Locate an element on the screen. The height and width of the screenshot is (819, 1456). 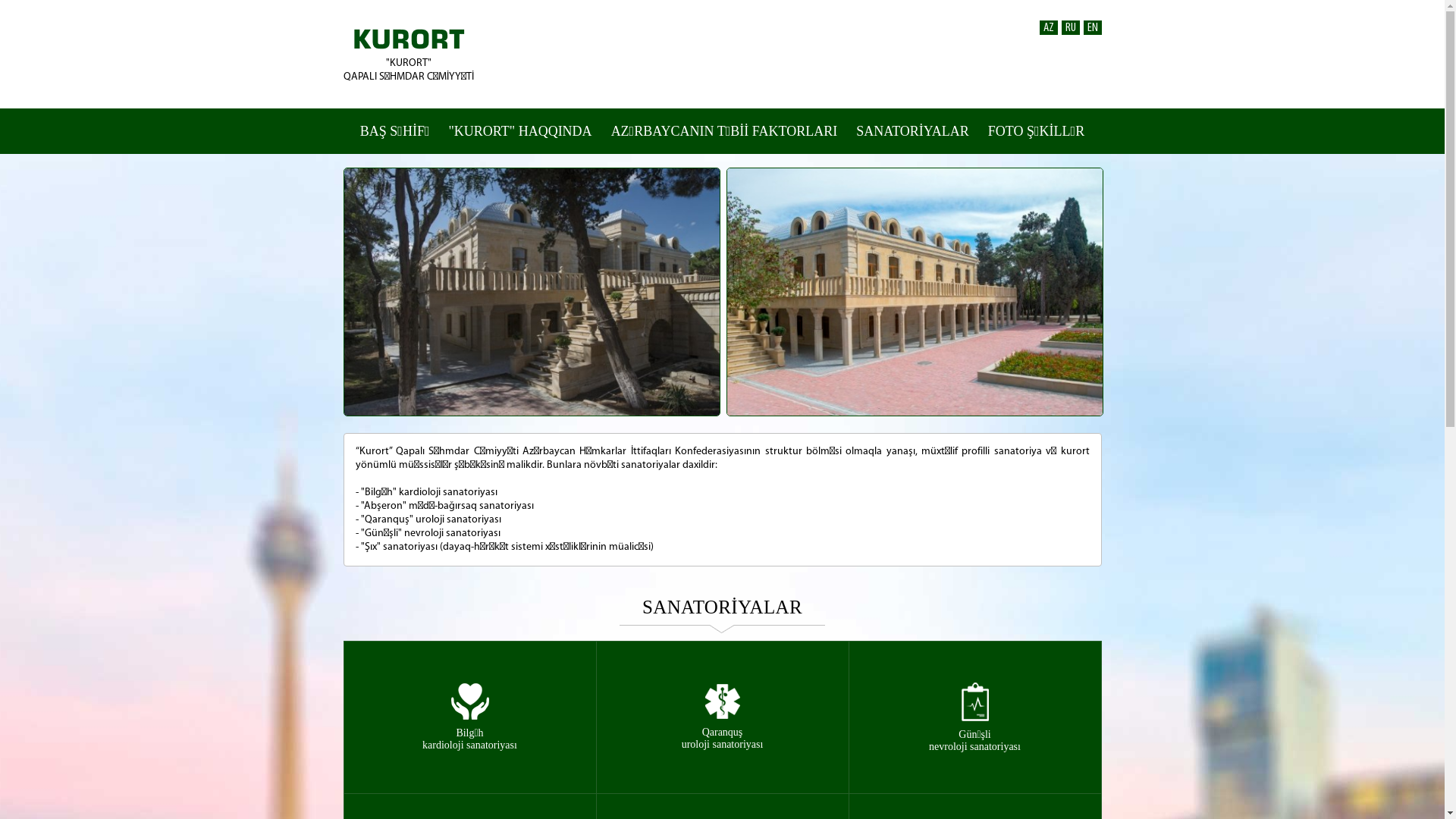
'"KURORT" HAQQINDA' is located at coordinates (520, 130).